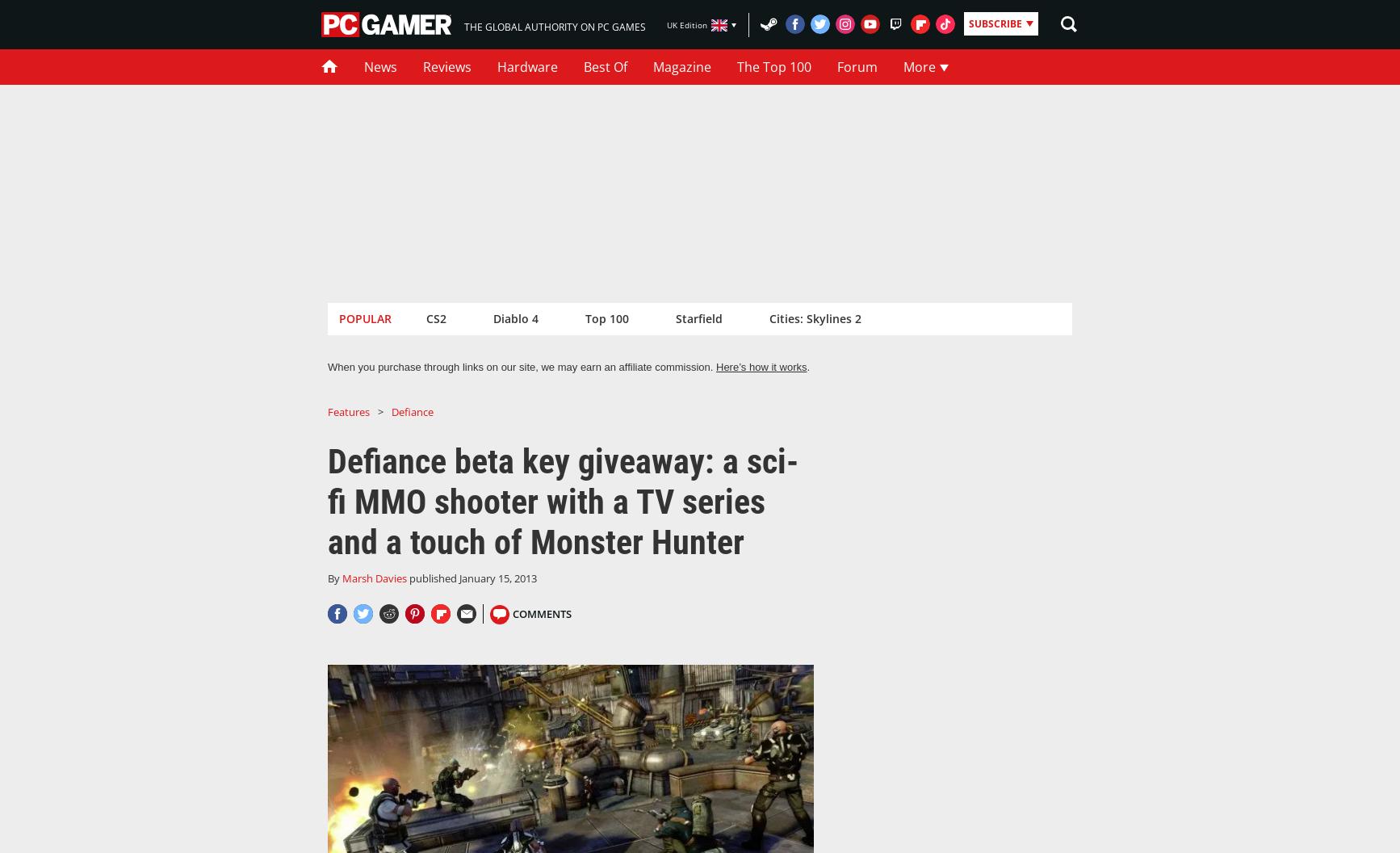 The width and height of the screenshot is (1400, 853). Describe the element at coordinates (584, 317) in the screenshot. I see `'Top 100'` at that location.